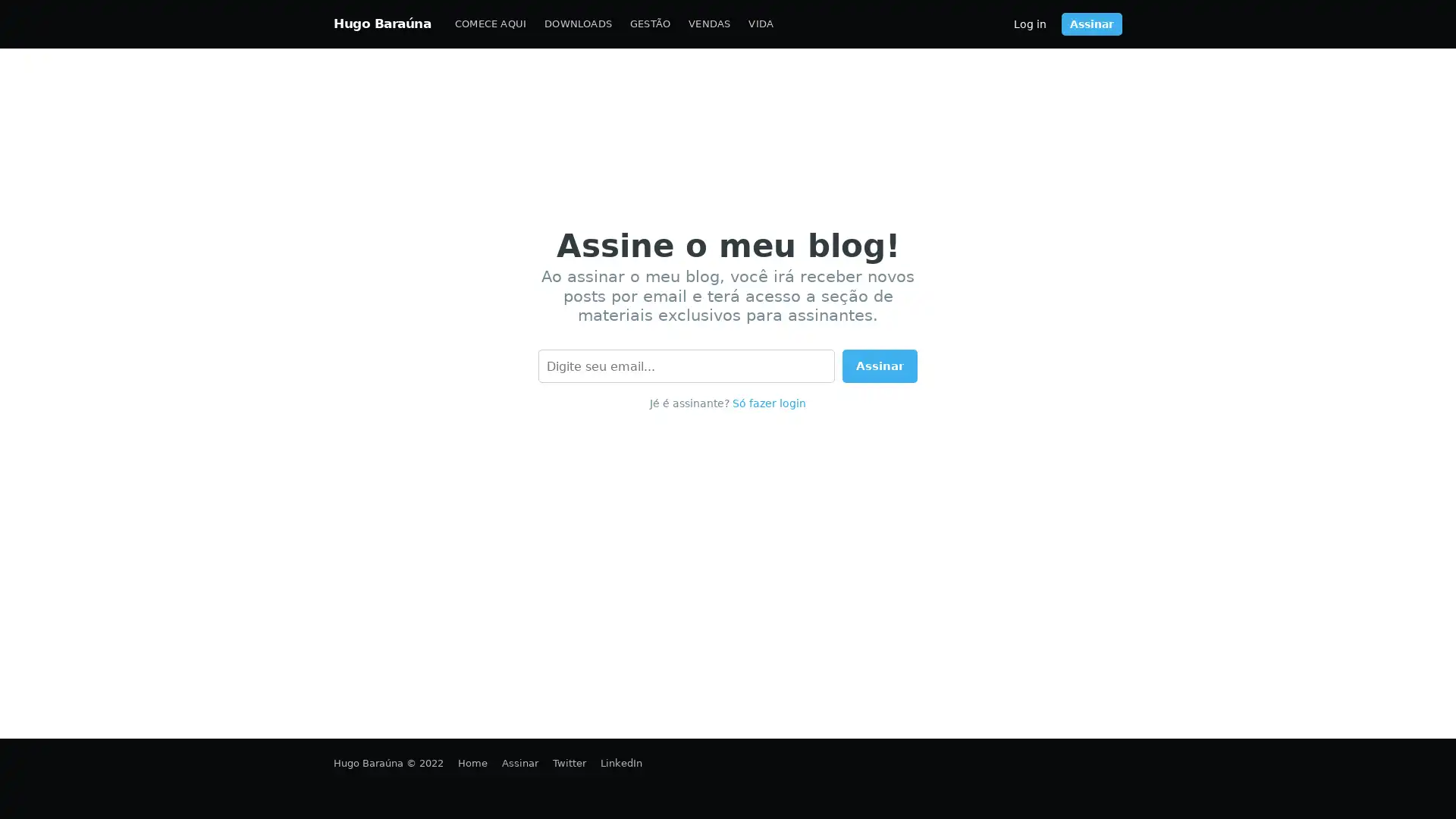 The height and width of the screenshot is (819, 1456). What do you see at coordinates (880, 366) in the screenshot?
I see `Assinar` at bounding box center [880, 366].